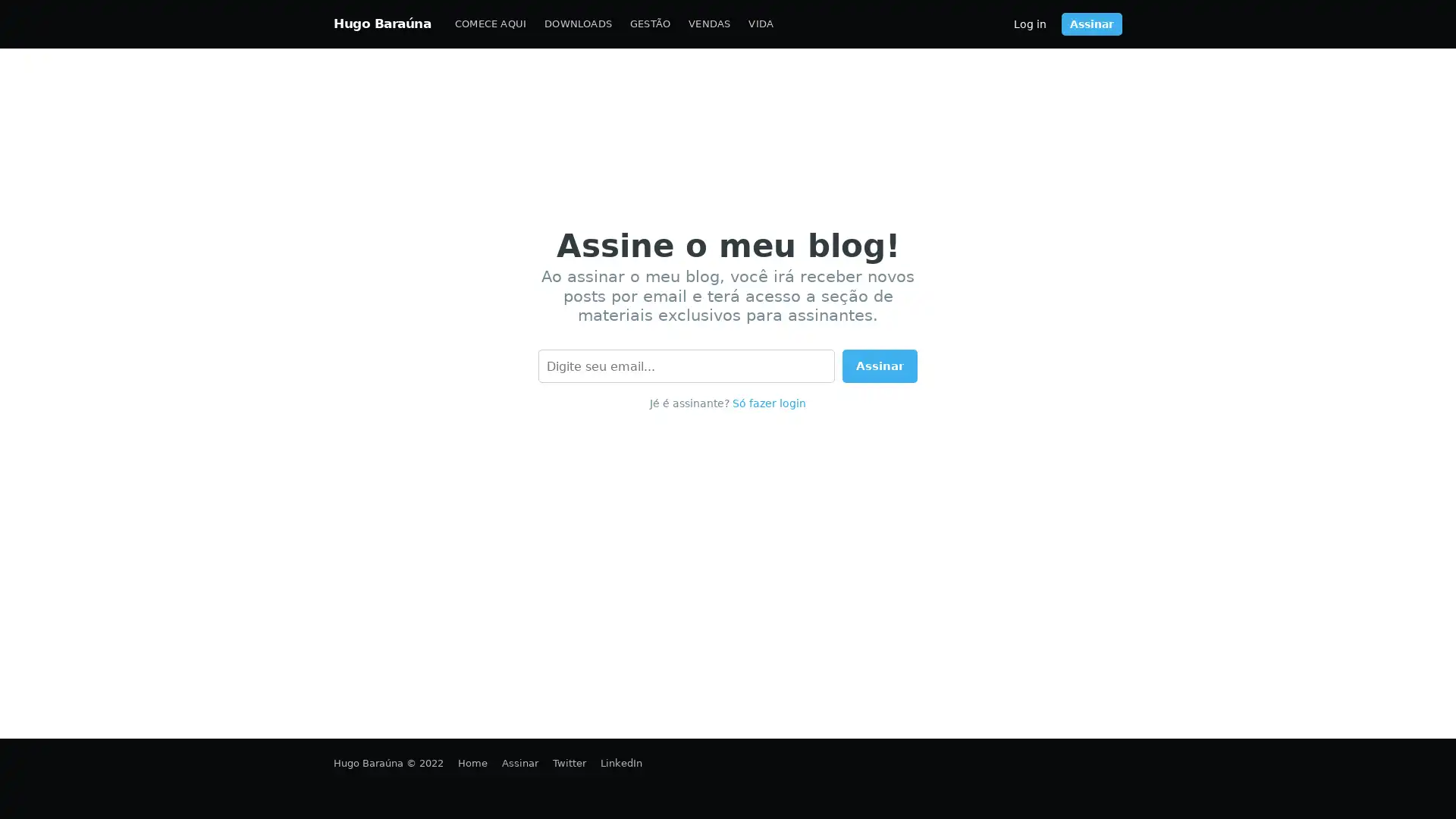 The height and width of the screenshot is (819, 1456). What do you see at coordinates (880, 366) in the screenshot?
I see `Assinar` at bounding box center [880, 366].